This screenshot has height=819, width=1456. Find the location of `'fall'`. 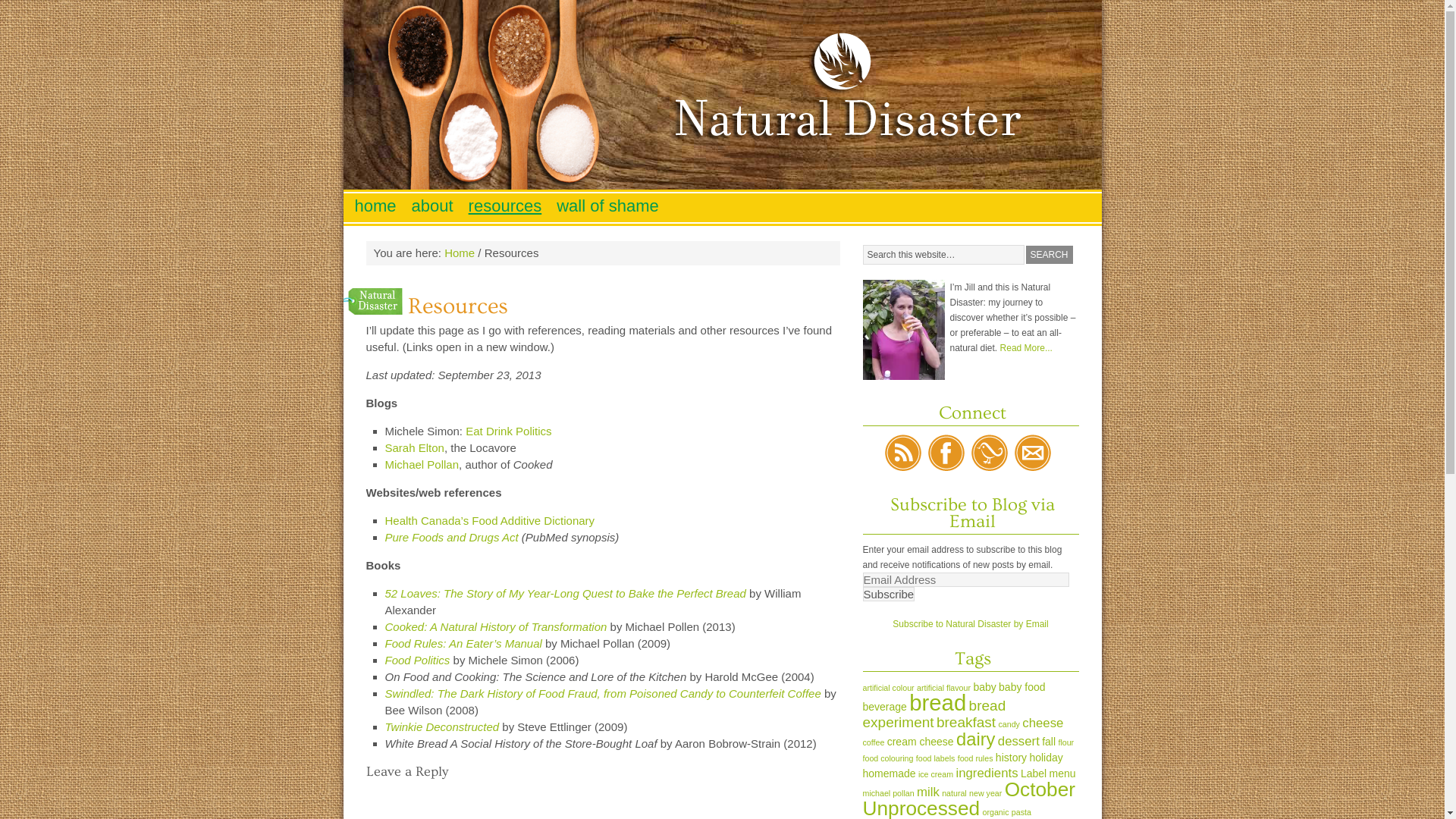

'fall' is located at coordinates (1047, 741).